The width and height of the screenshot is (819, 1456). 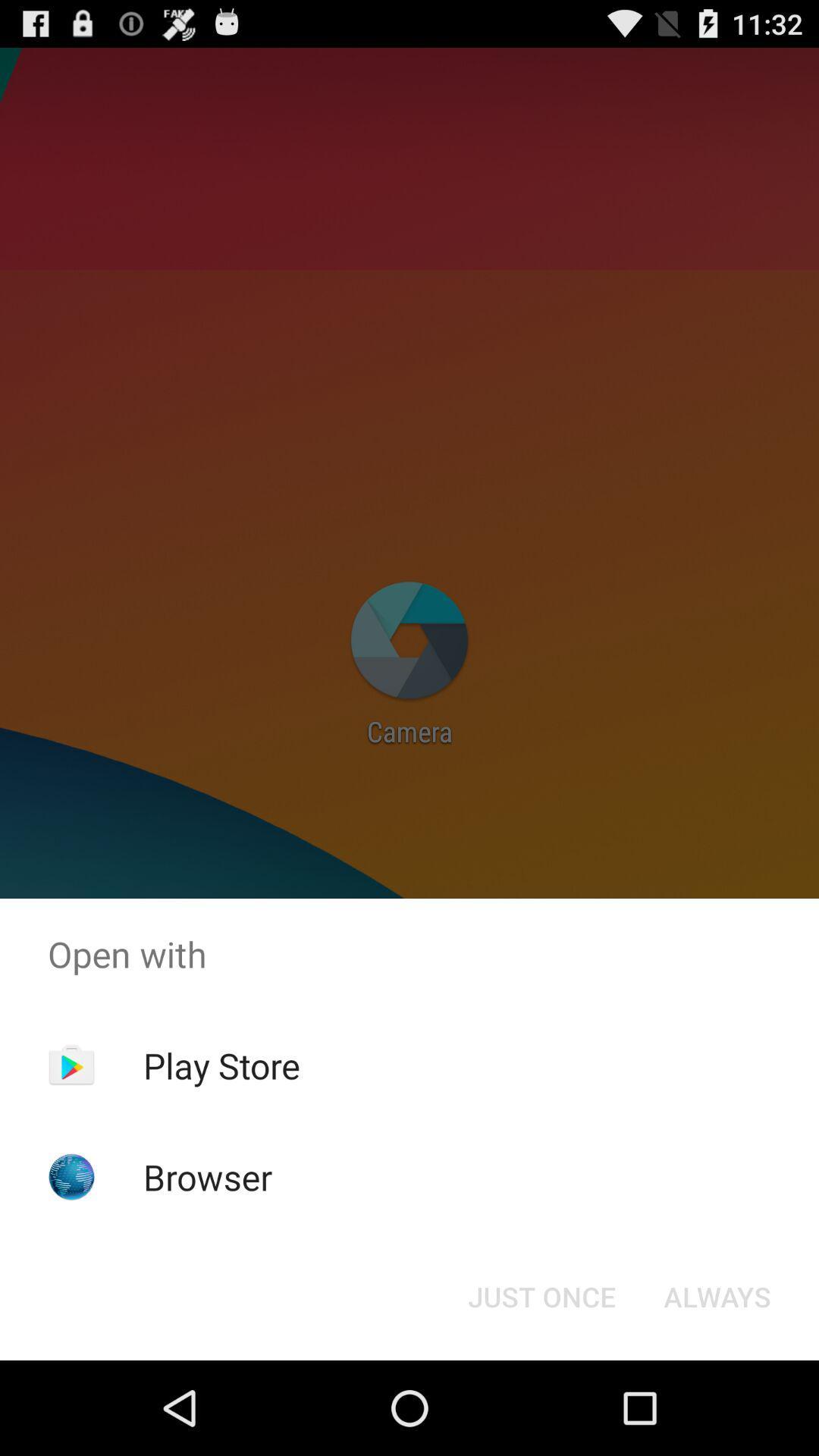 I want to click on the item next to always button, so click(x=541, y=1295).